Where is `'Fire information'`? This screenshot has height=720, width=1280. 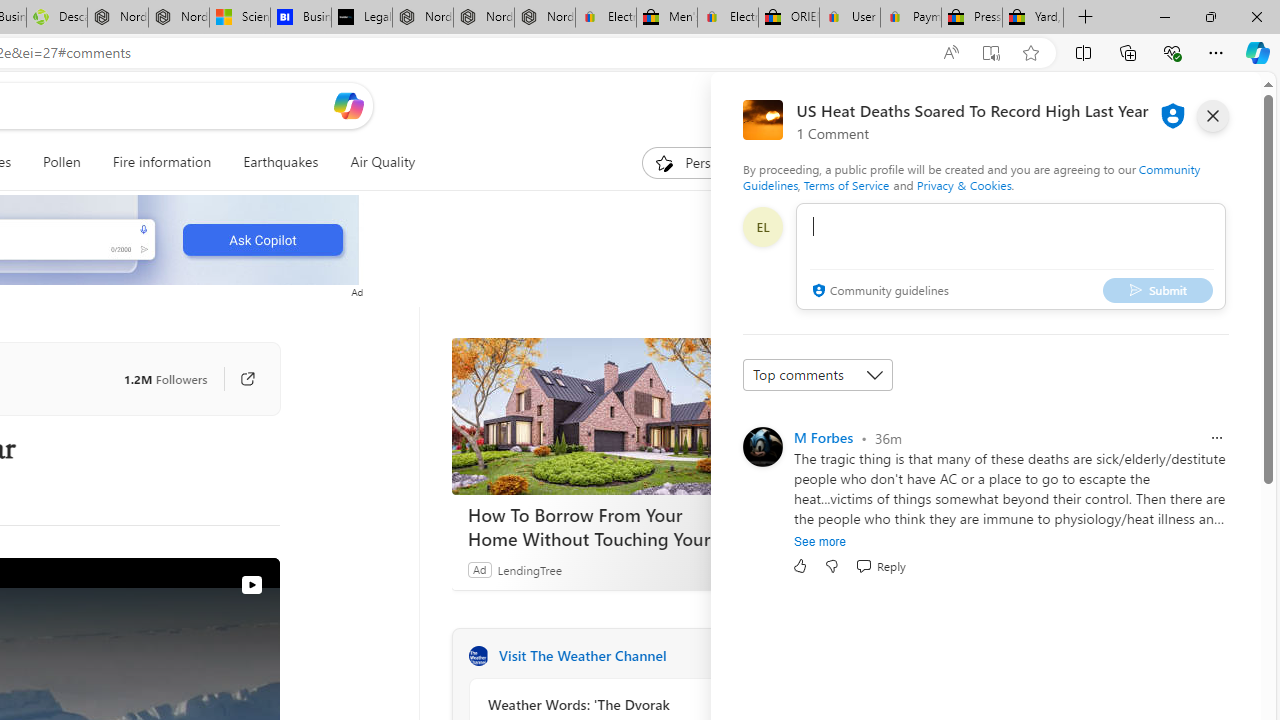
'Fire information' is located at coordinates (161, 162).